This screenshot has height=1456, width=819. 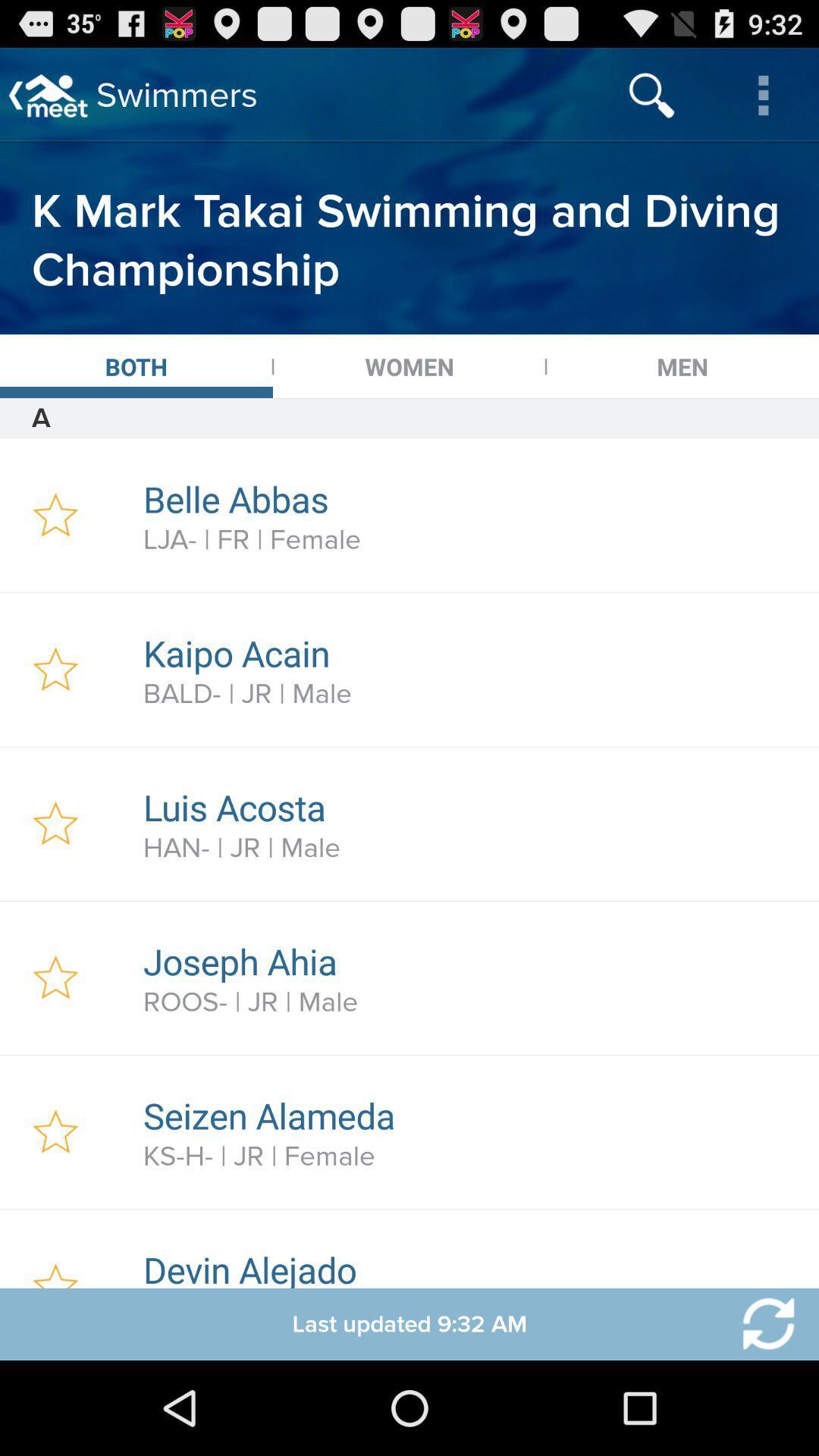 I want to click on adds the element to favorites, so click(x=55, y=1132).